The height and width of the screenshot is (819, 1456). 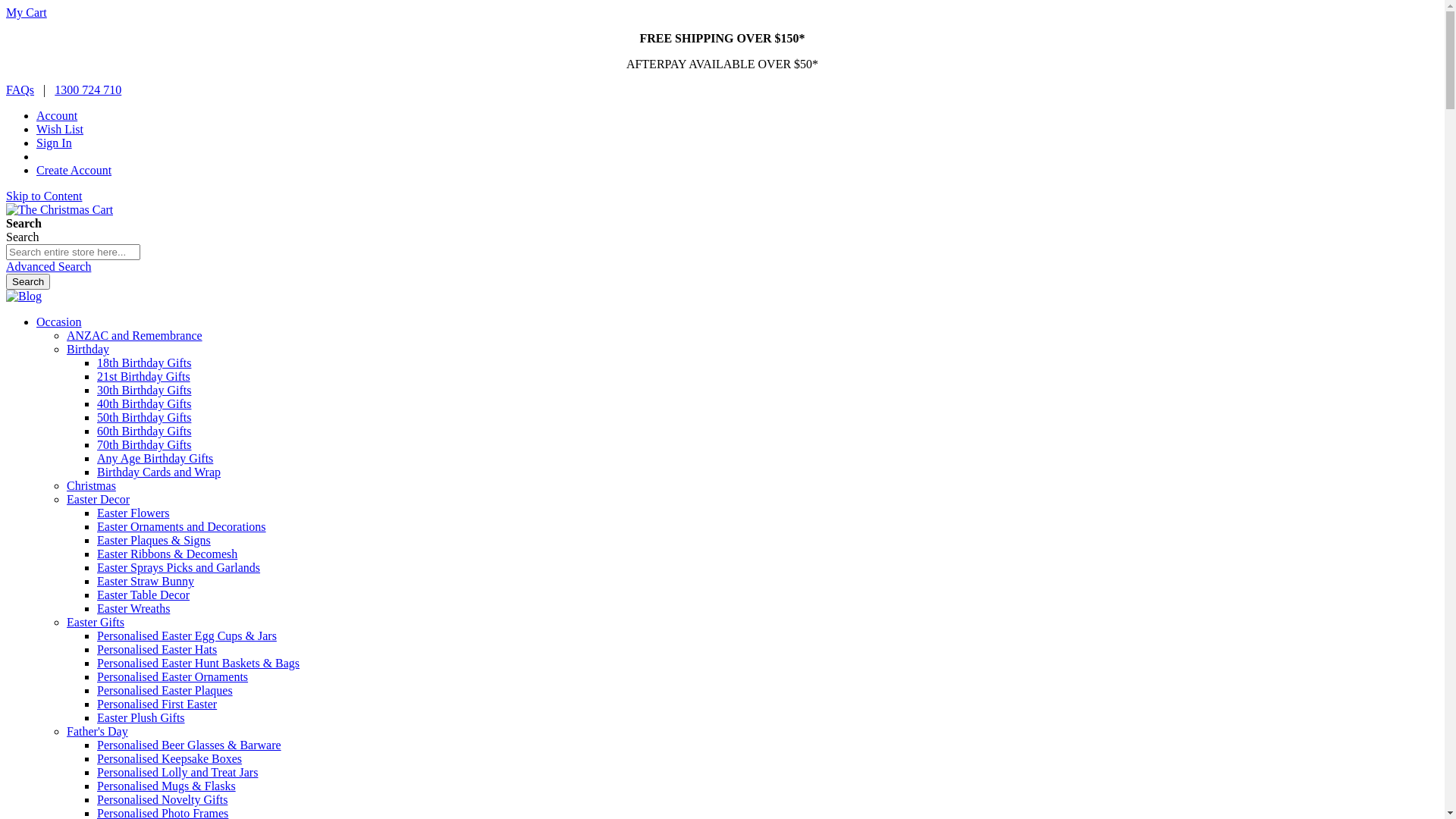 What do you see at coordinates (177, 772) in the screenshot?
I see `'Personalised Lolly and Treat Jars'` at bounding box center [177, 772].